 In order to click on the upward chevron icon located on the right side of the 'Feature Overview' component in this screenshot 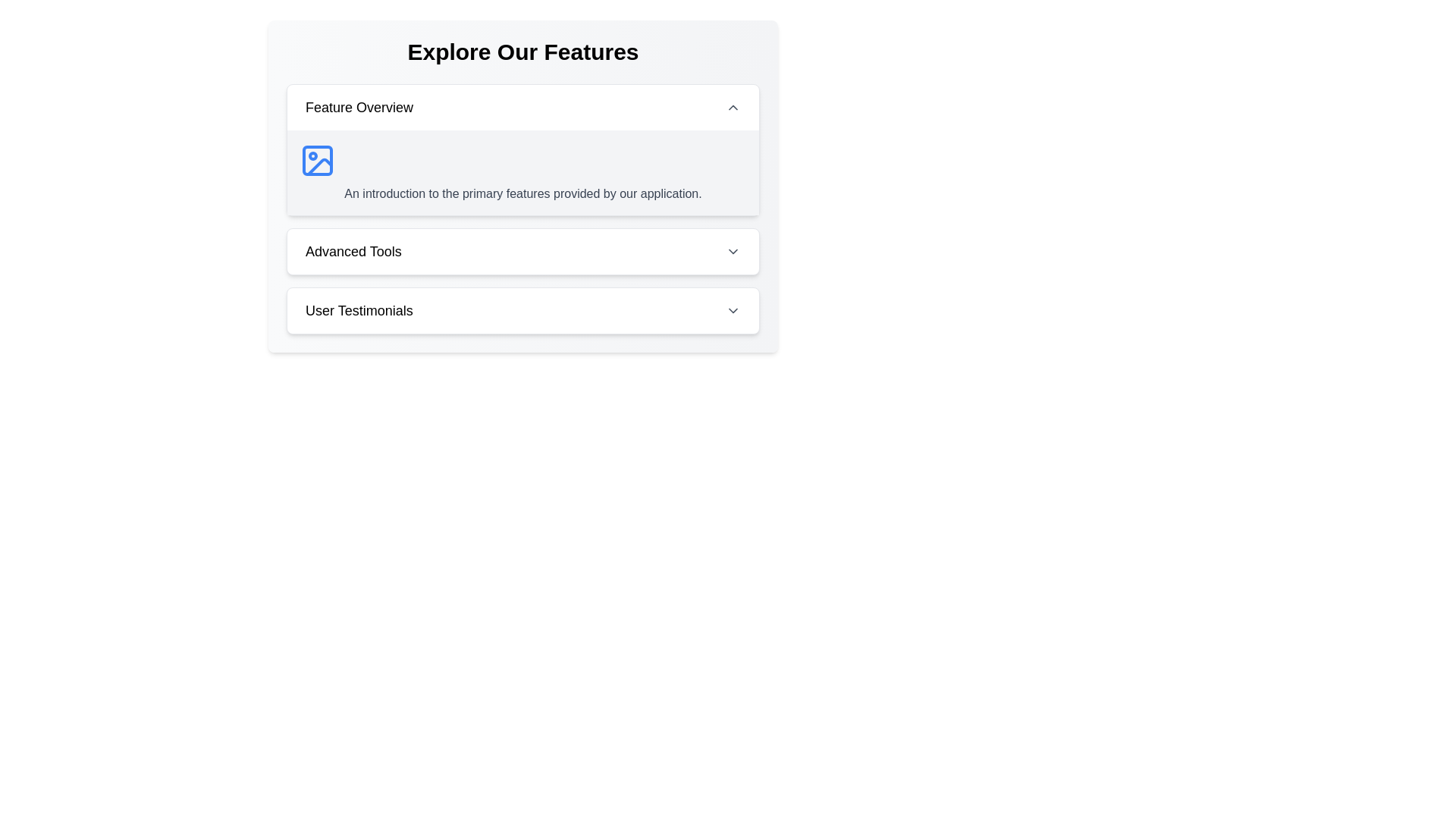, I will do `click(733, 107)`.